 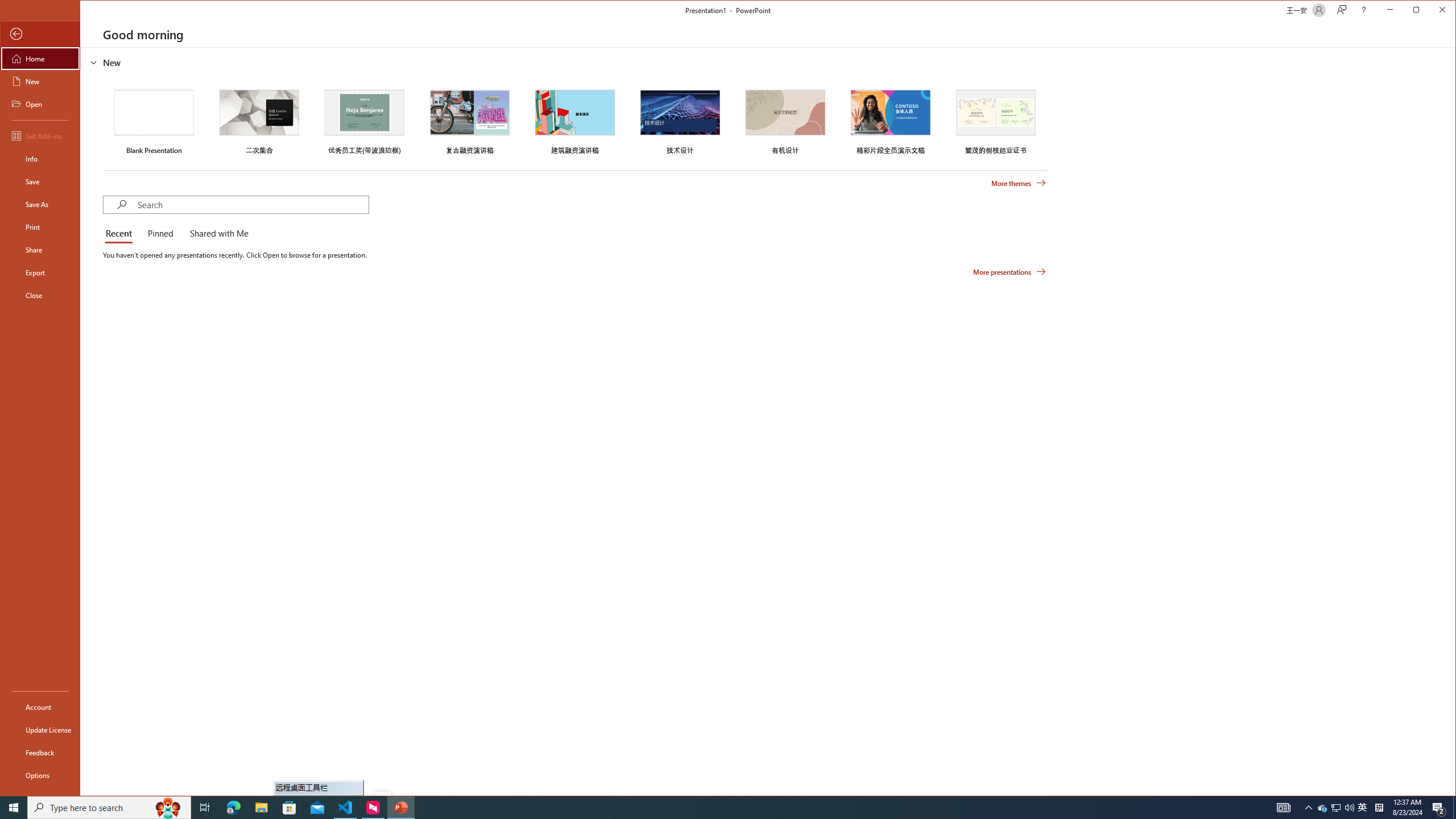 I want to click on 'Pinned', so click(x=160, y=233).